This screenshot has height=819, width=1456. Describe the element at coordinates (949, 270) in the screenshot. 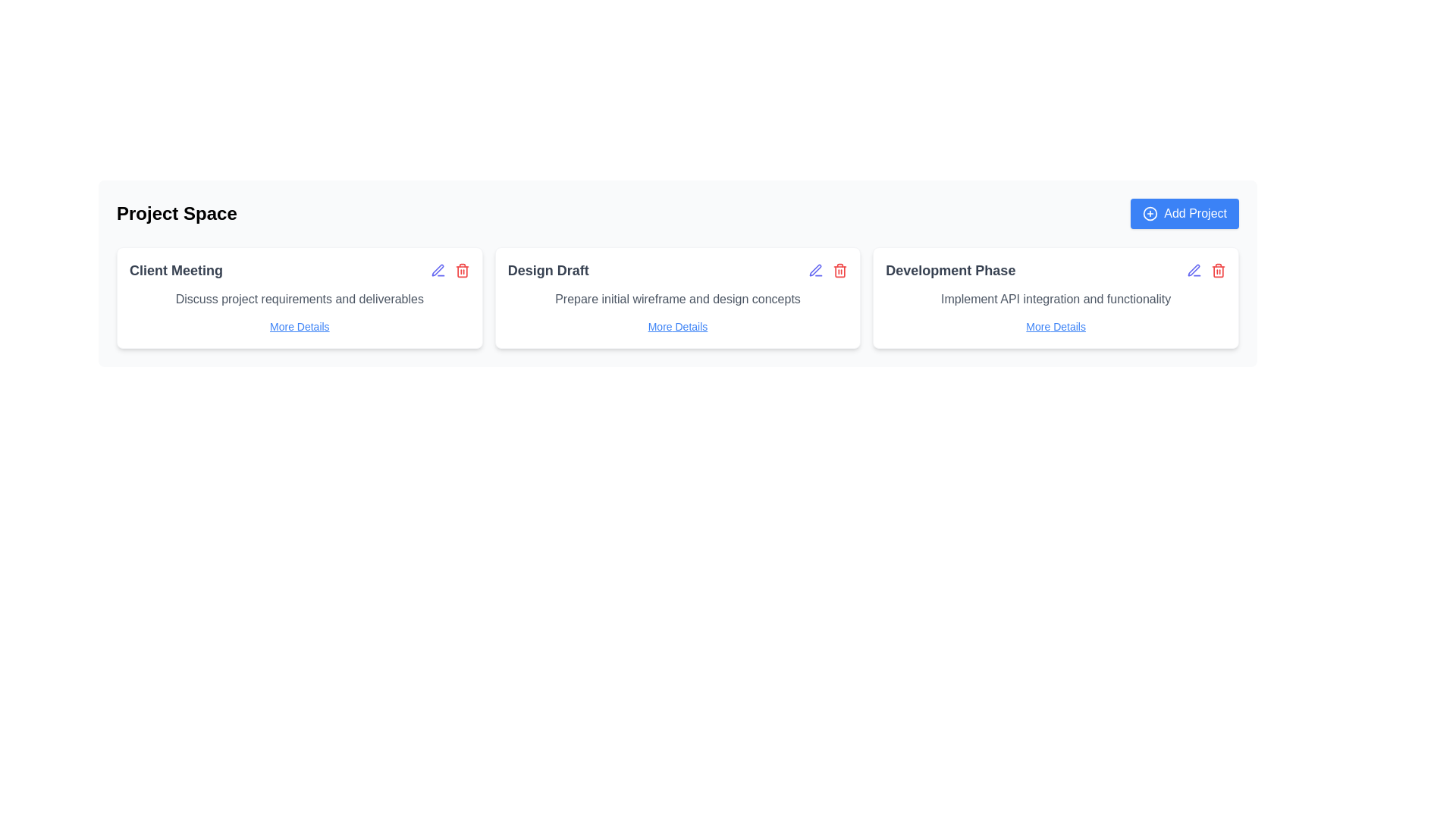

I see `the title text element representing the 'Development Phase' in the third card from the left, positioned at the top of the card` at that location.